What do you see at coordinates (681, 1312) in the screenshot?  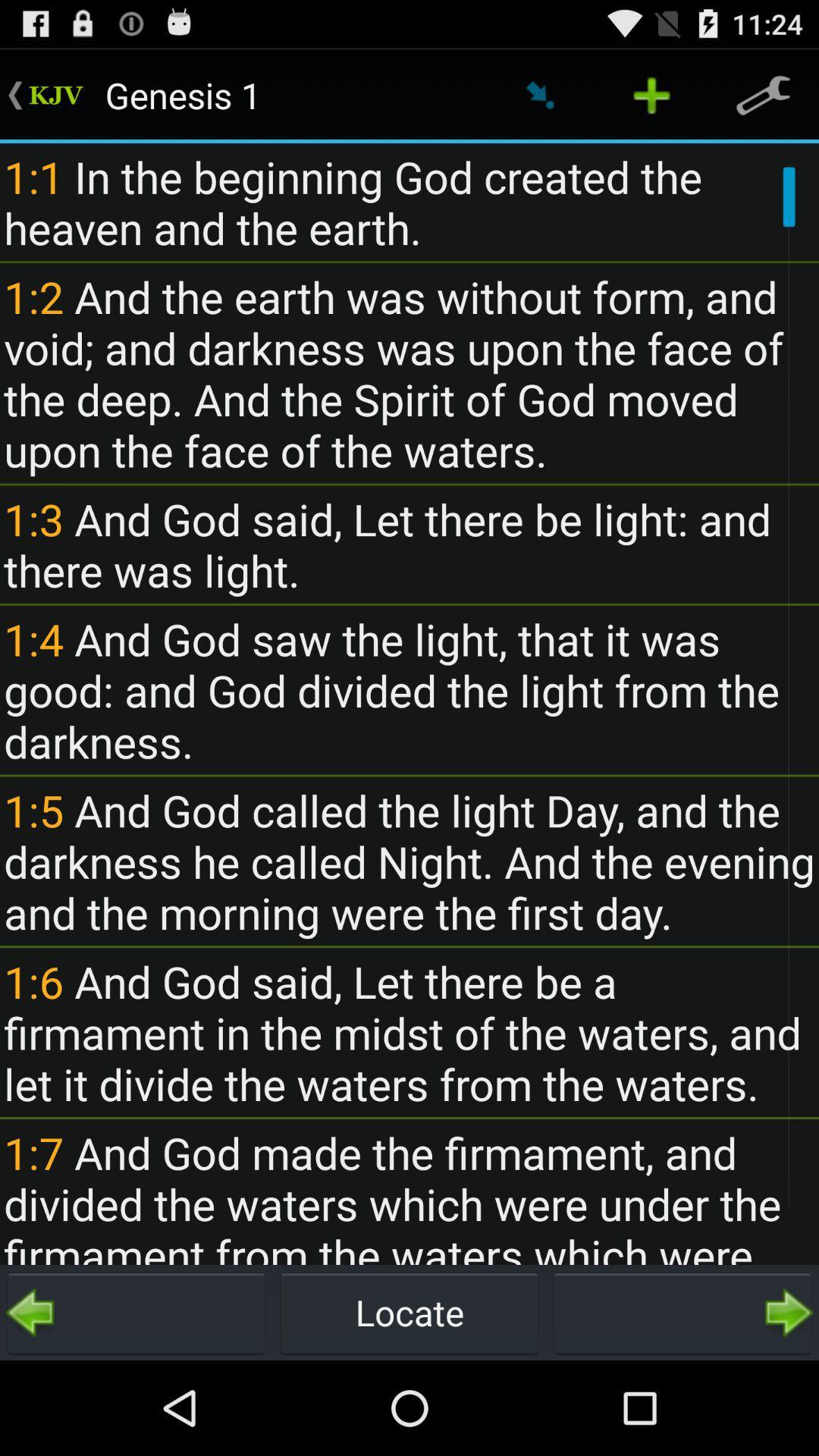 I see `the item at the bottom right corner` at bounding box center [681, 1312].